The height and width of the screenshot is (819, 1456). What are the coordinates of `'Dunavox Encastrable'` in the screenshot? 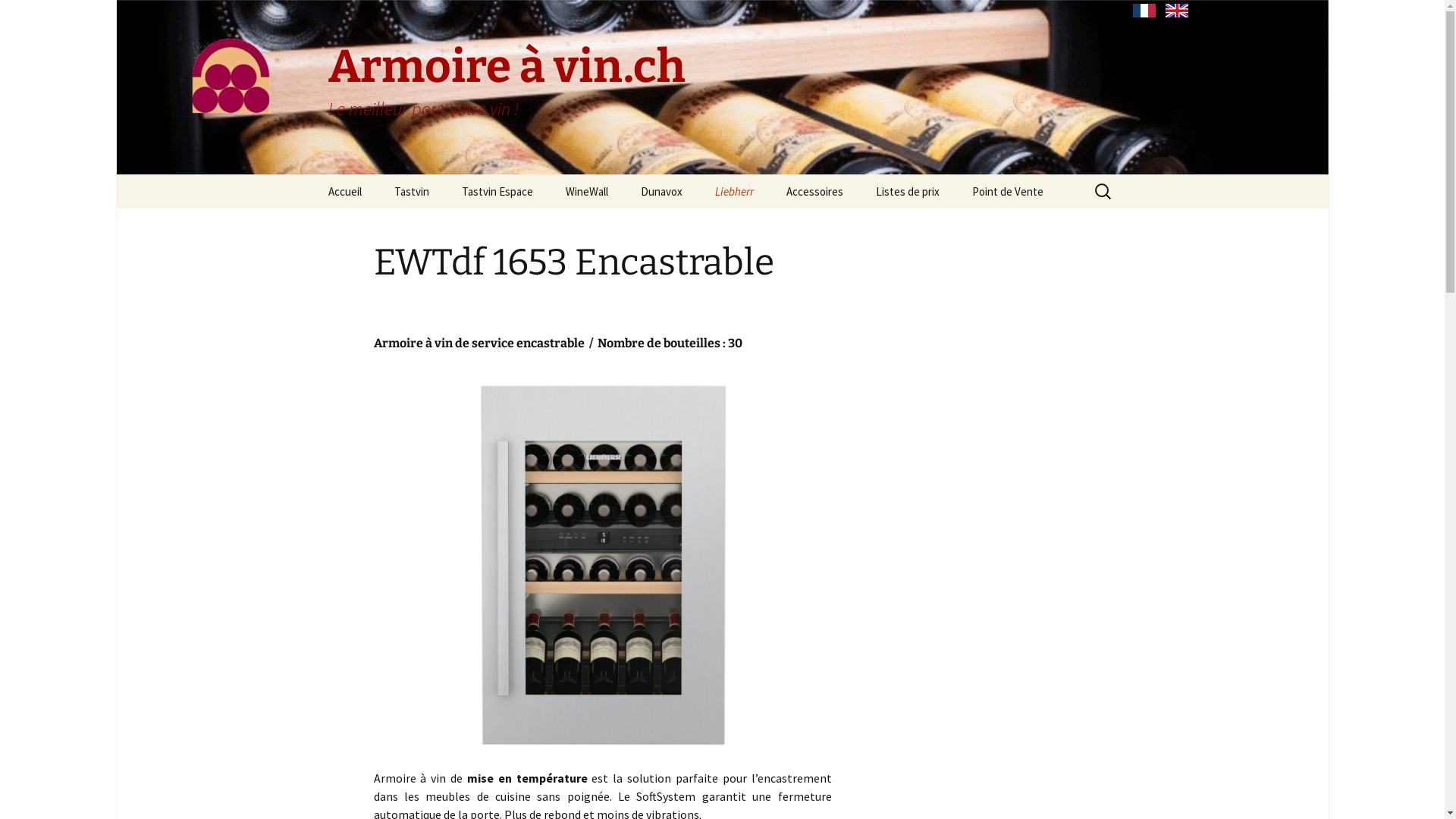 It's located at (699, 225).